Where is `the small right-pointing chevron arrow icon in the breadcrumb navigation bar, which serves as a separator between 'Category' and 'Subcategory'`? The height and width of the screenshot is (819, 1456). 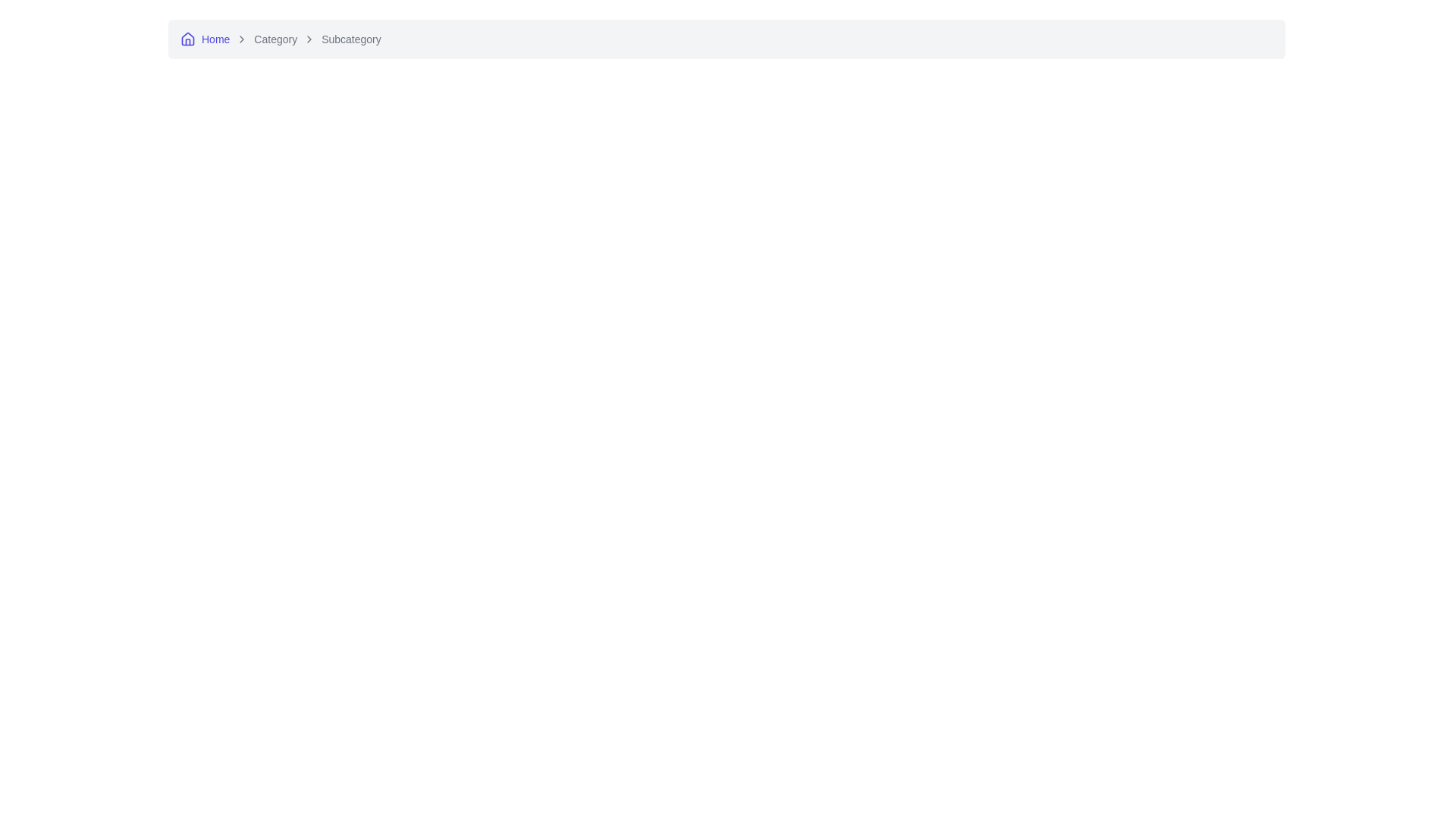
the small right-pointing chevron arrow icon in the breadcrumb navigation bar, which serves as a separator between 'Category' and 'Subcategory' is located at coordinates (309, 38).